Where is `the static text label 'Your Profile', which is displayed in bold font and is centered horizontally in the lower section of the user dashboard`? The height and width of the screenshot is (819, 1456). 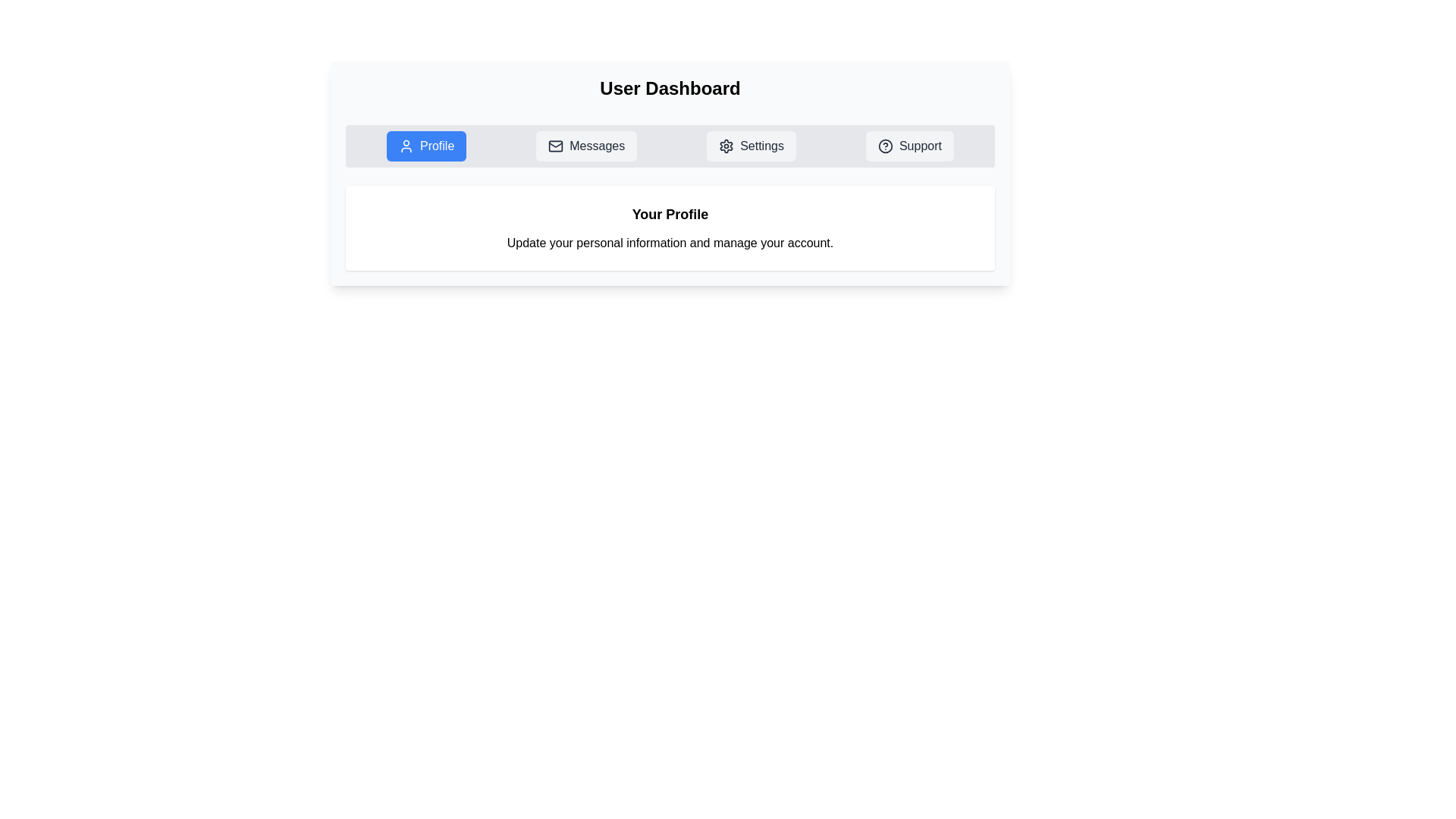
the static text label 'Your Profile', which is displayed in bold font and is centered horizontally in the lower section of the user dashboard is located at coordinates (669, 214).